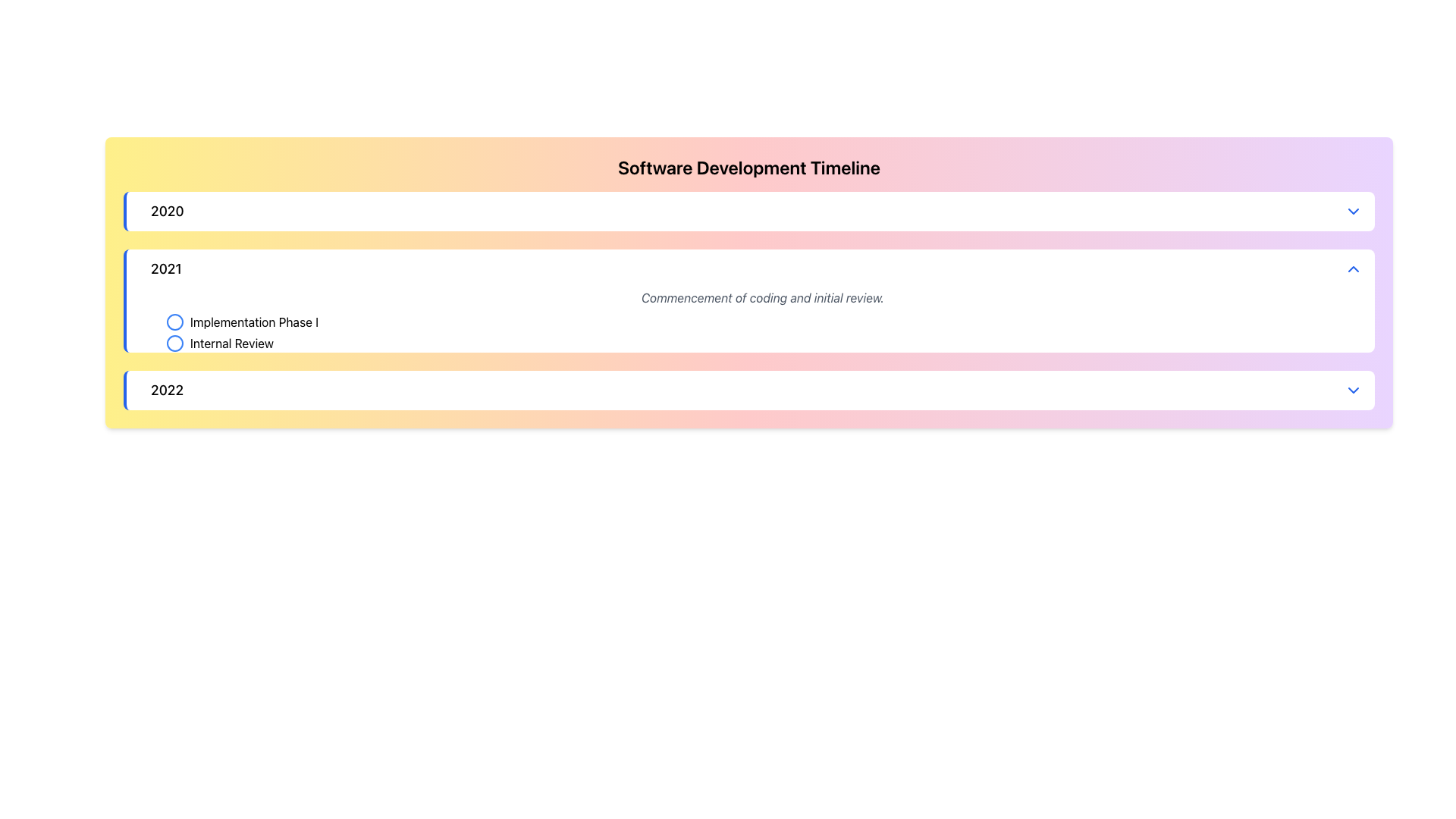 The width and height of the screenshot is (1456, 819). I want to click on the circular icon located immediately to the left of the text 'Internal Review' in the timeline under the '2021' heading, so click(174, 343).